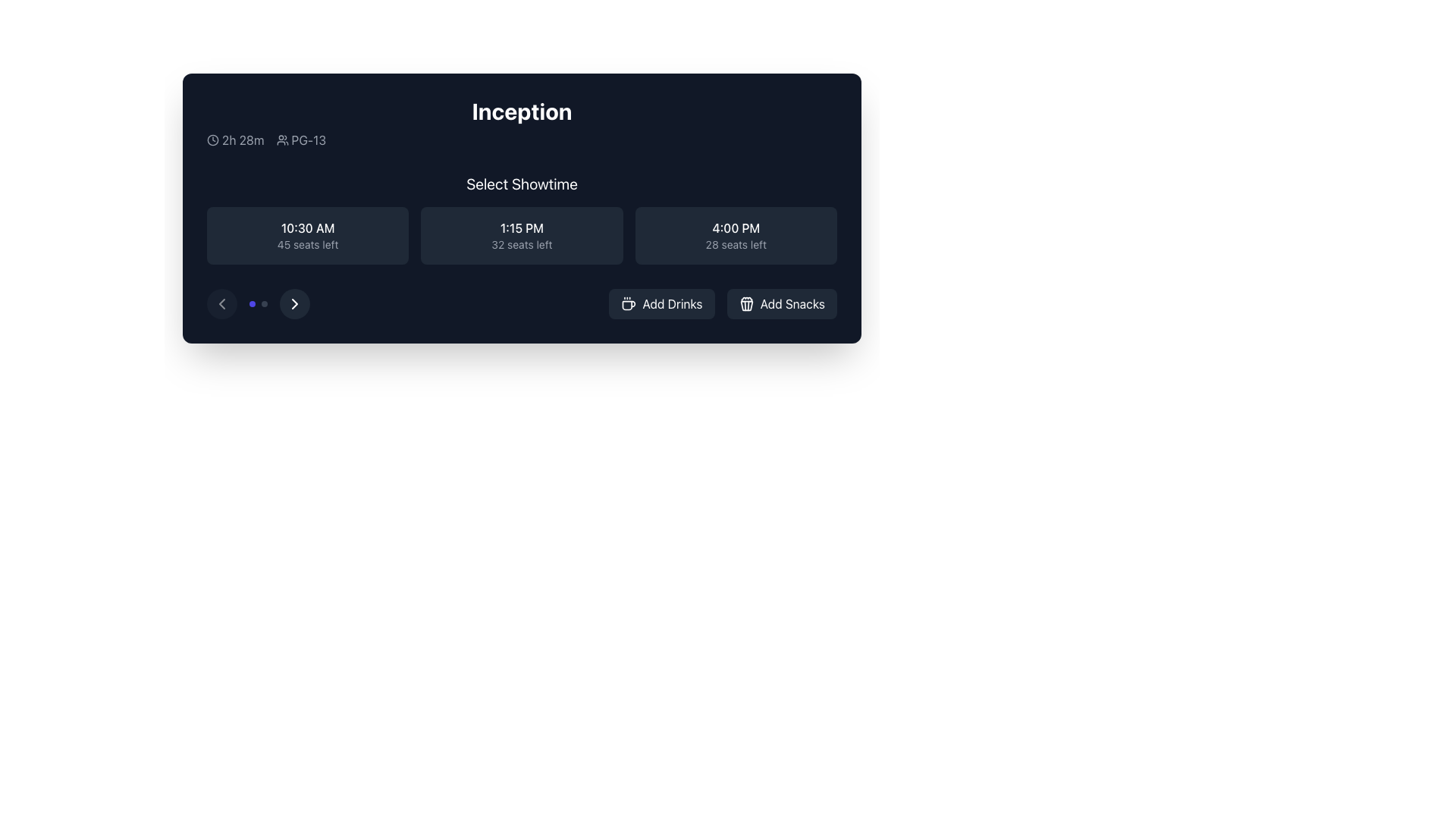 This screenshot has width=1456, height=819. I want to click on the button displaying the showtime '1:15 PM' with '32 seats left', so click(522, 219).